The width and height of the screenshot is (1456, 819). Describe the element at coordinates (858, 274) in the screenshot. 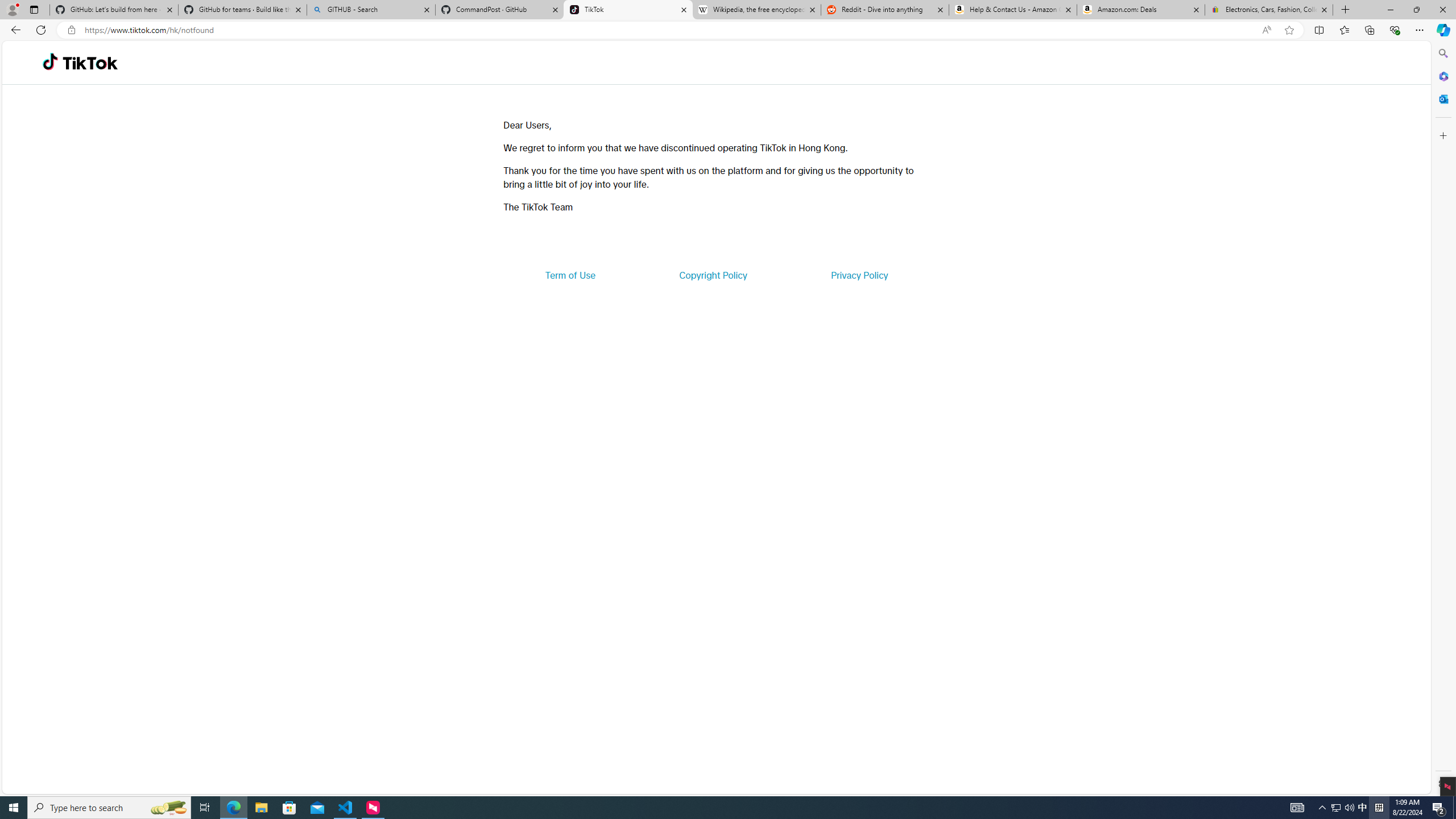

I see `'Privacy Policy'` at that location.